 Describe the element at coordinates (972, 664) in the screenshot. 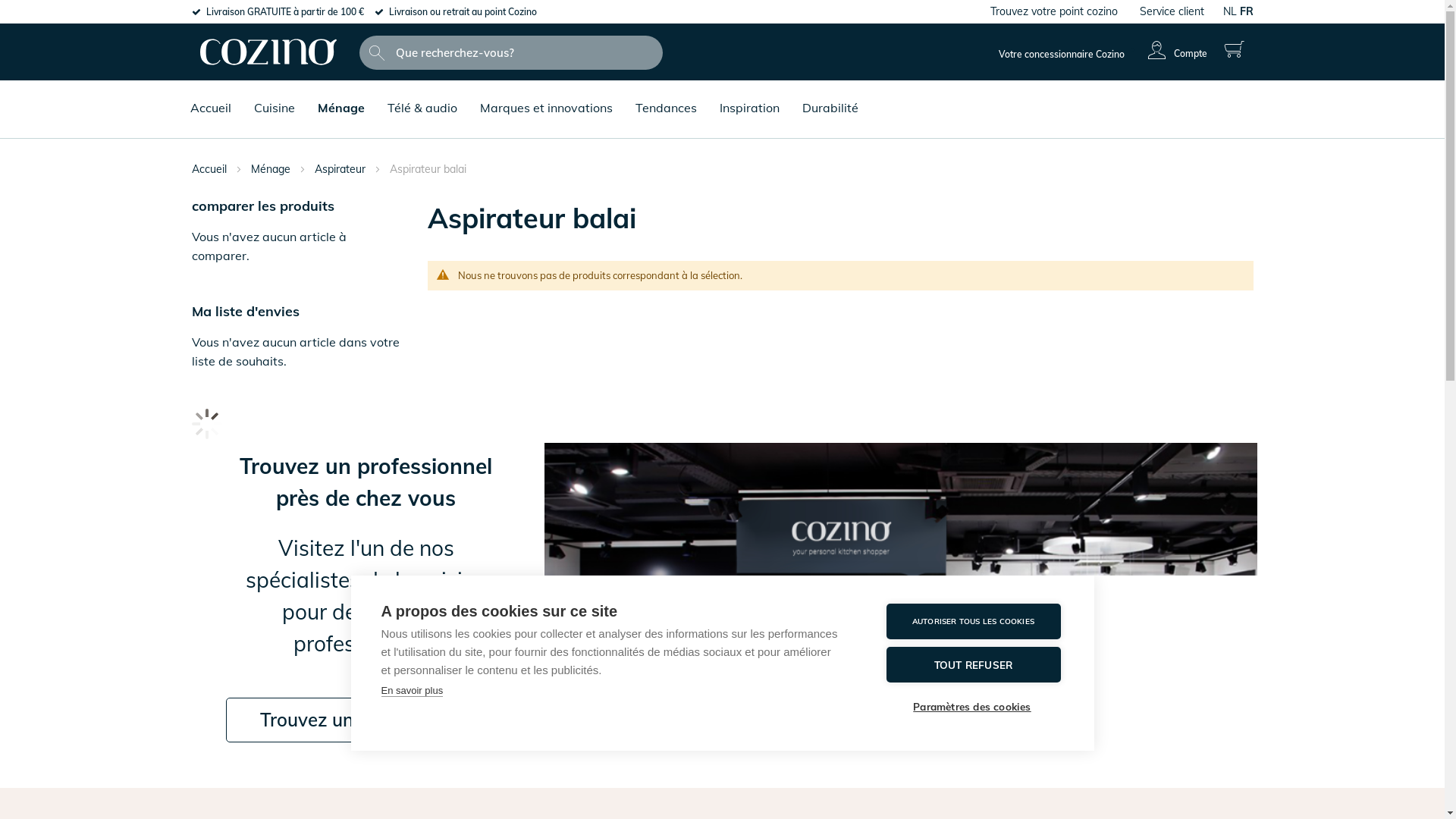

I see `'TOUT REFUSER'` at that location.